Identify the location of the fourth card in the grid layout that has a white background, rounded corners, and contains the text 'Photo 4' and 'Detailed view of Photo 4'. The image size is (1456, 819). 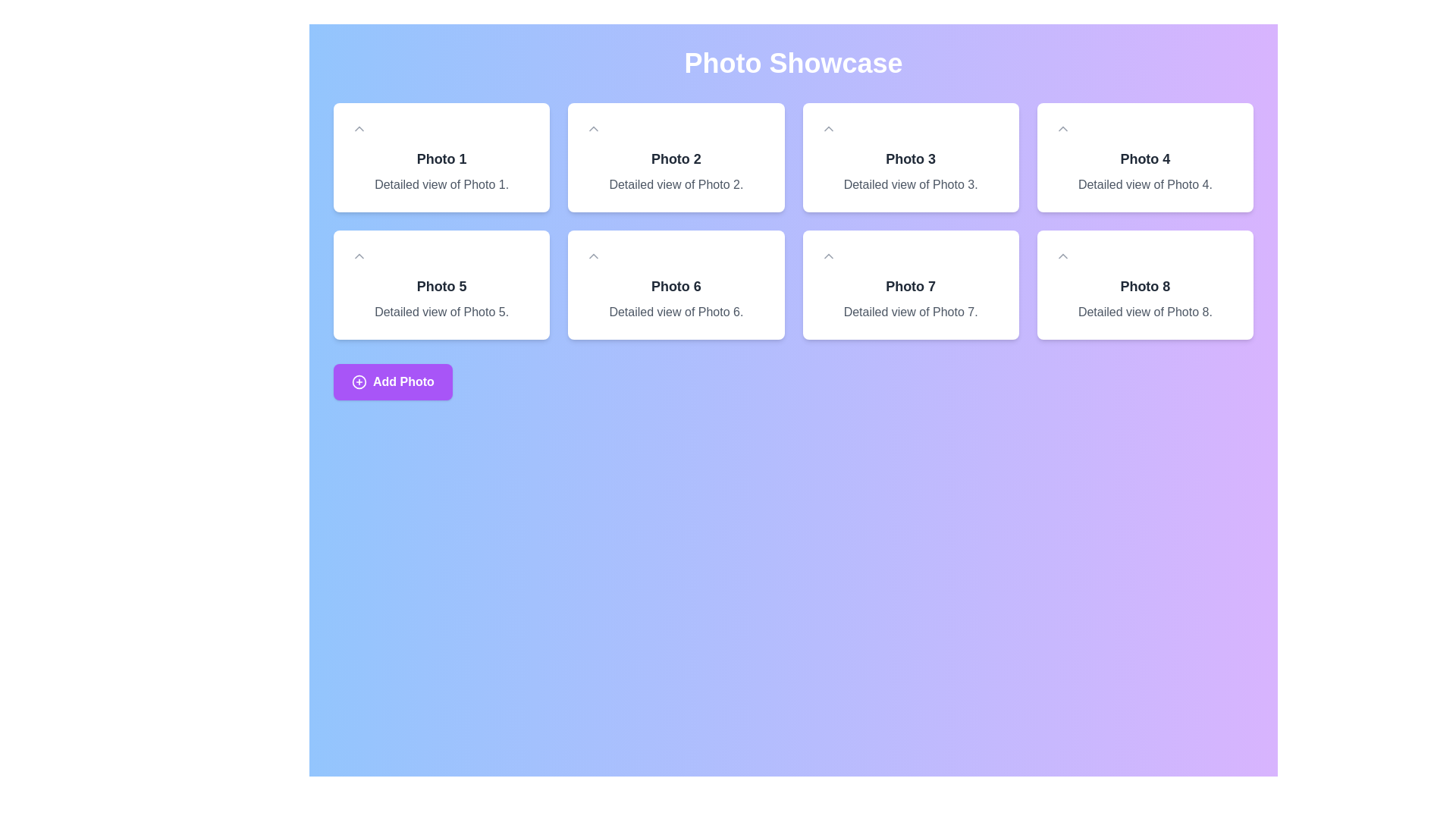
(1145, 158).